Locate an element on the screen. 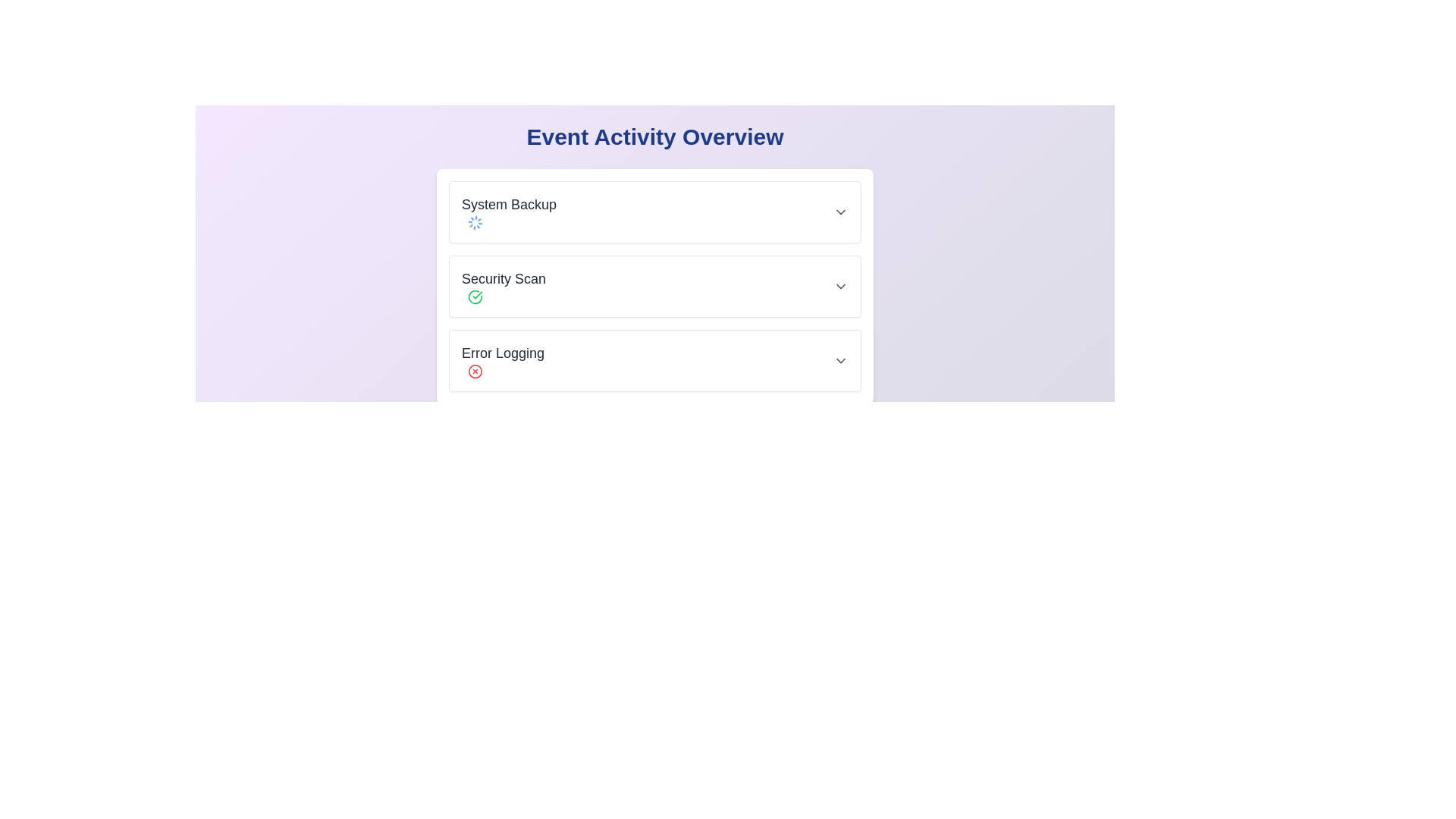 The image size is (1456, 819). the small downward-facing gray arrow button located in the top-right corner of the 'System Backup' panel to change its color is located at coordinates (839, 212).